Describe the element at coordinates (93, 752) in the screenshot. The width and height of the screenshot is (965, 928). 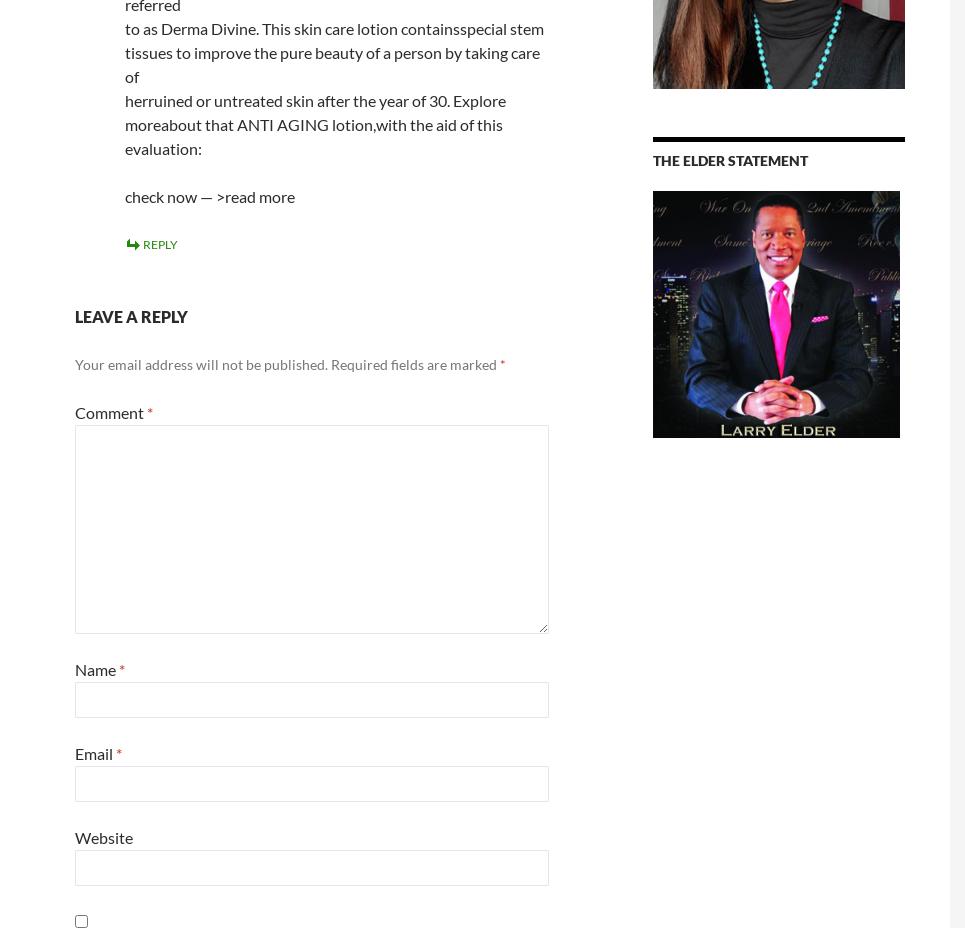
I see `'Email'` at that location.